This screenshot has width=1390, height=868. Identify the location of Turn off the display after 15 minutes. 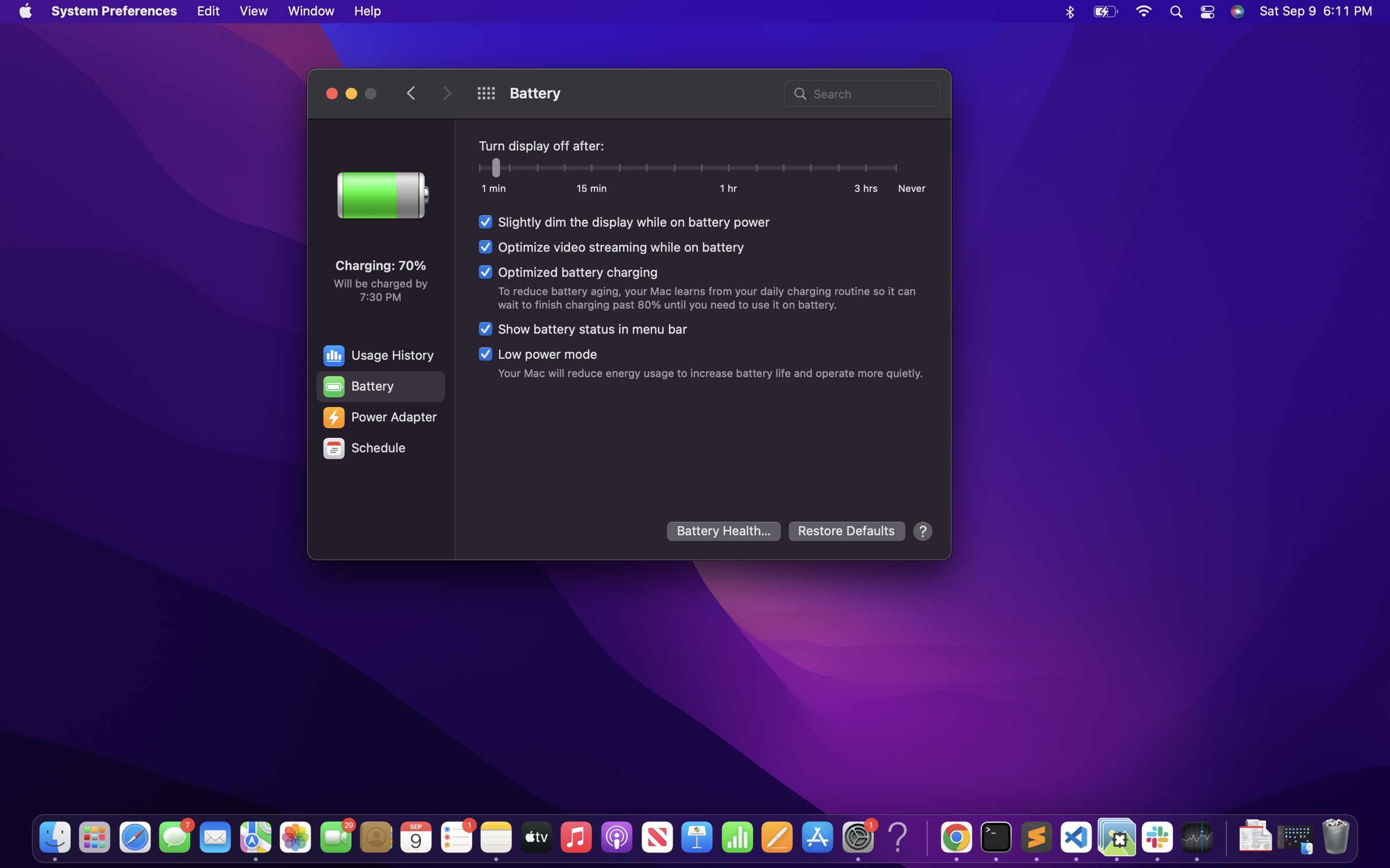
(592, 169).